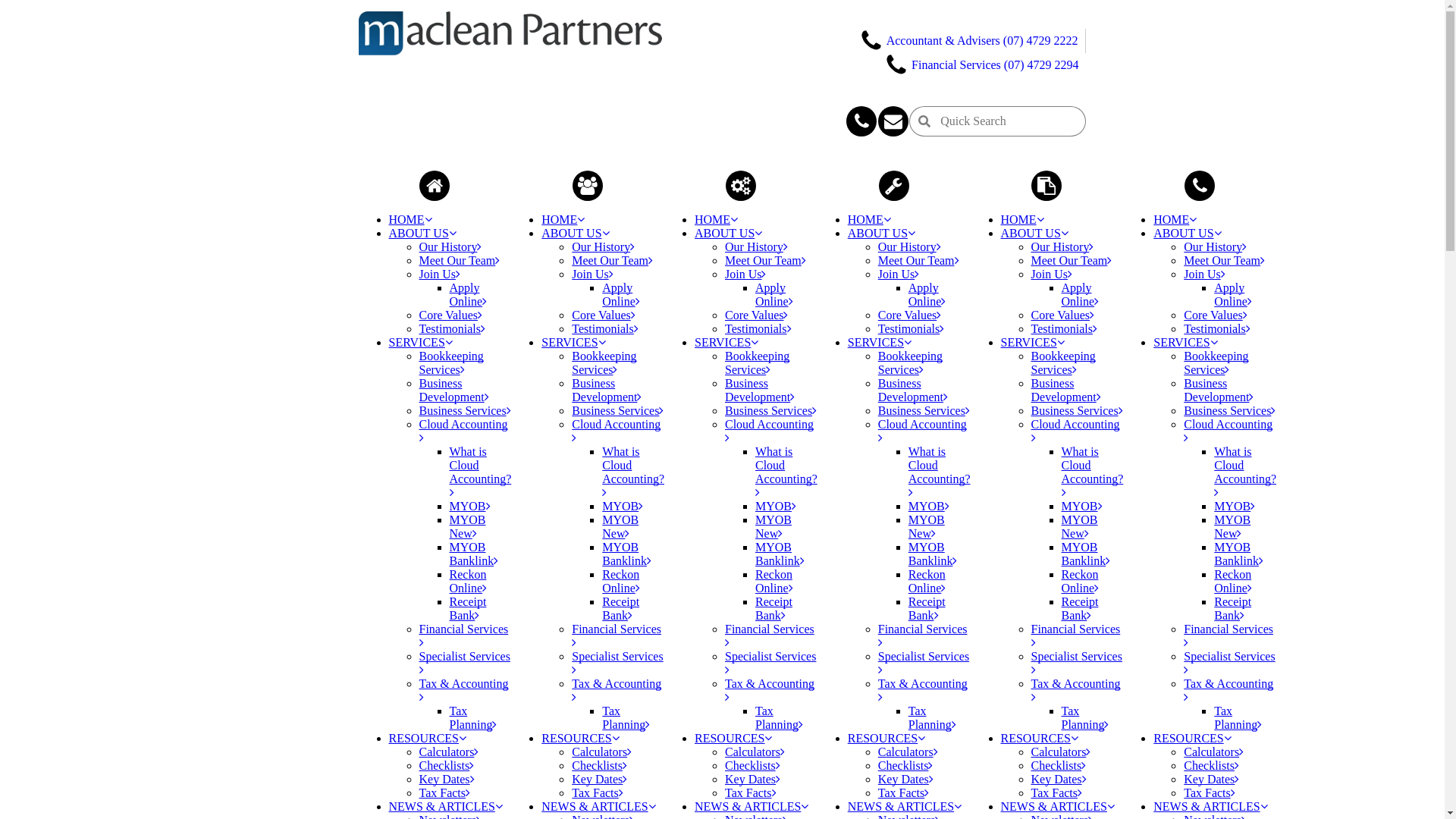 The image size is (1456, 819). Describe the element at coordinates (1203, 274) in the screenshot. I see `'Join Us'` at that location.